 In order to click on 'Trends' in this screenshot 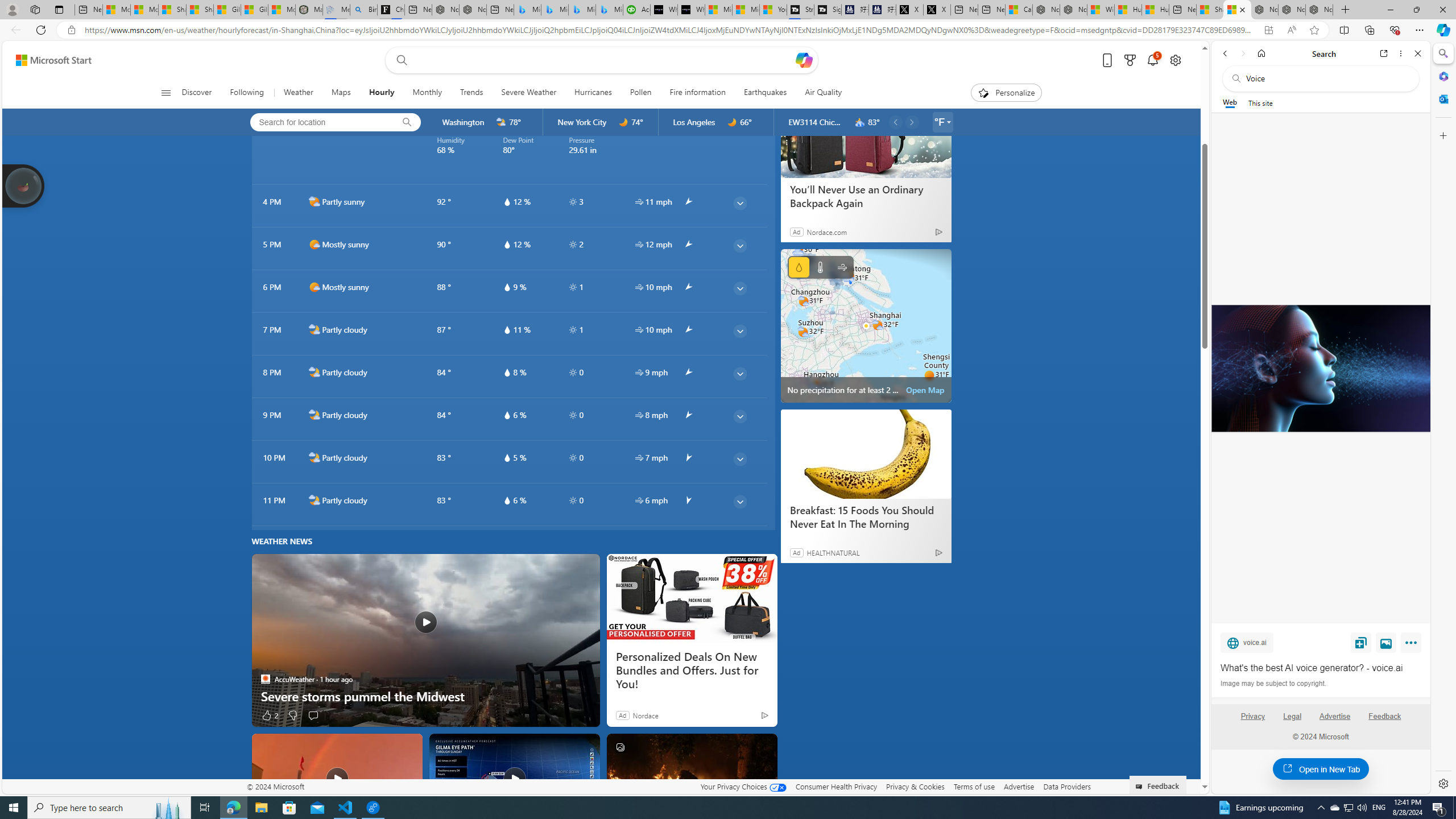, I will do `click(471, 92)`.